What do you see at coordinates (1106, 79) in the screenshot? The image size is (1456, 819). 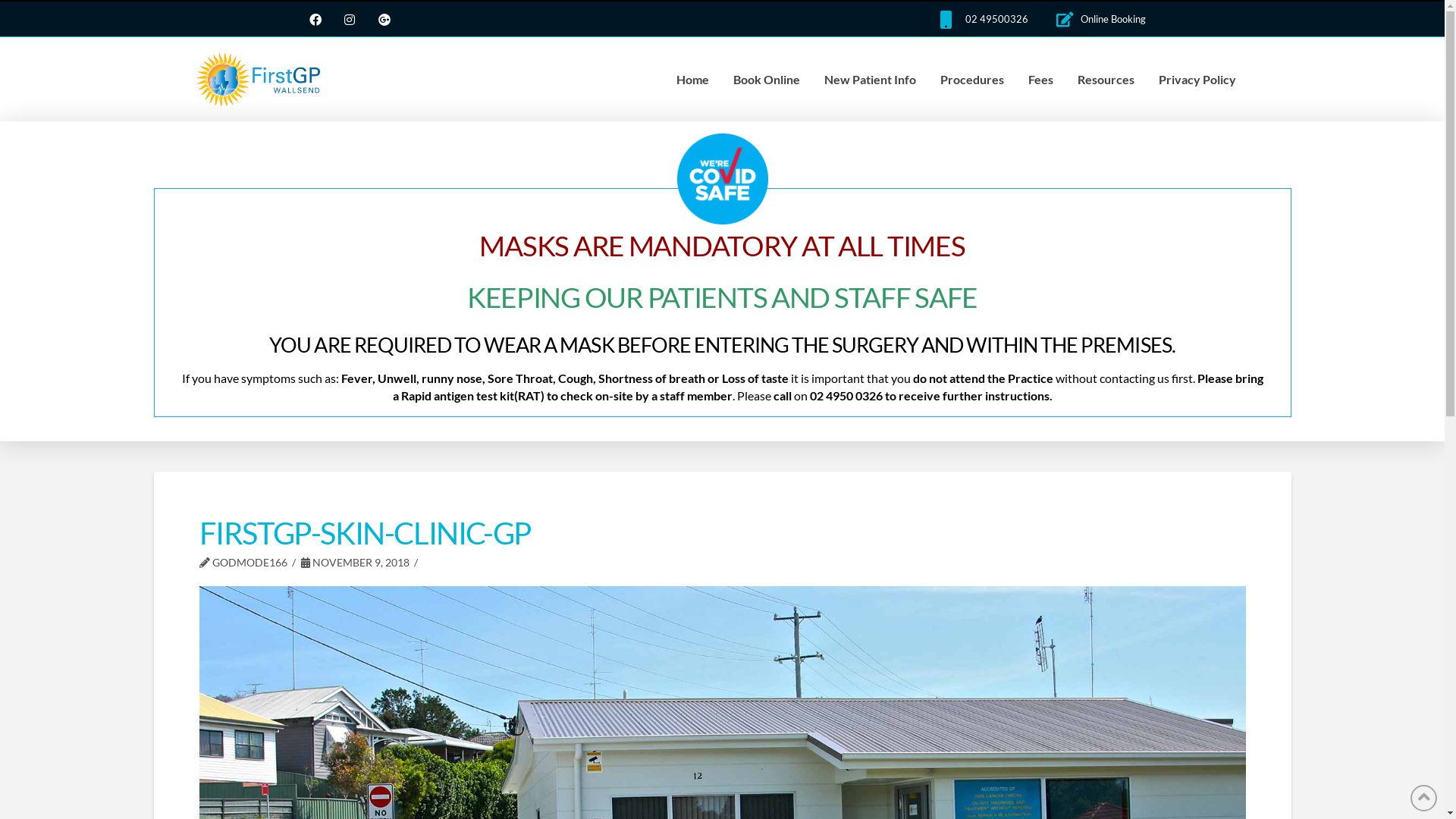 I see `'Resources'` at bounding box center [1106, 79].